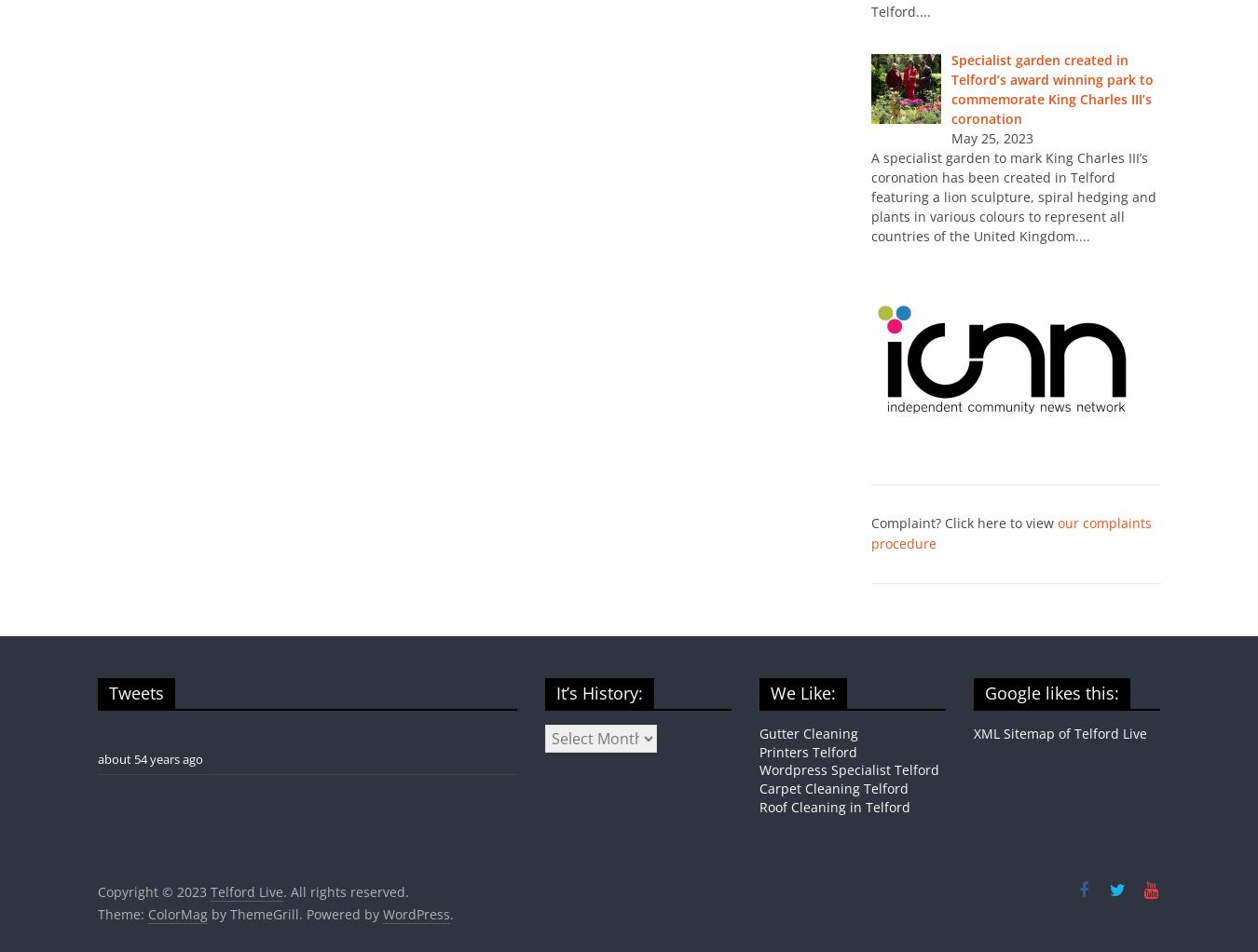 This screenshot has height=952, width=1258. I want to click on 'Complaint? Click here to view', so click(964, 522).